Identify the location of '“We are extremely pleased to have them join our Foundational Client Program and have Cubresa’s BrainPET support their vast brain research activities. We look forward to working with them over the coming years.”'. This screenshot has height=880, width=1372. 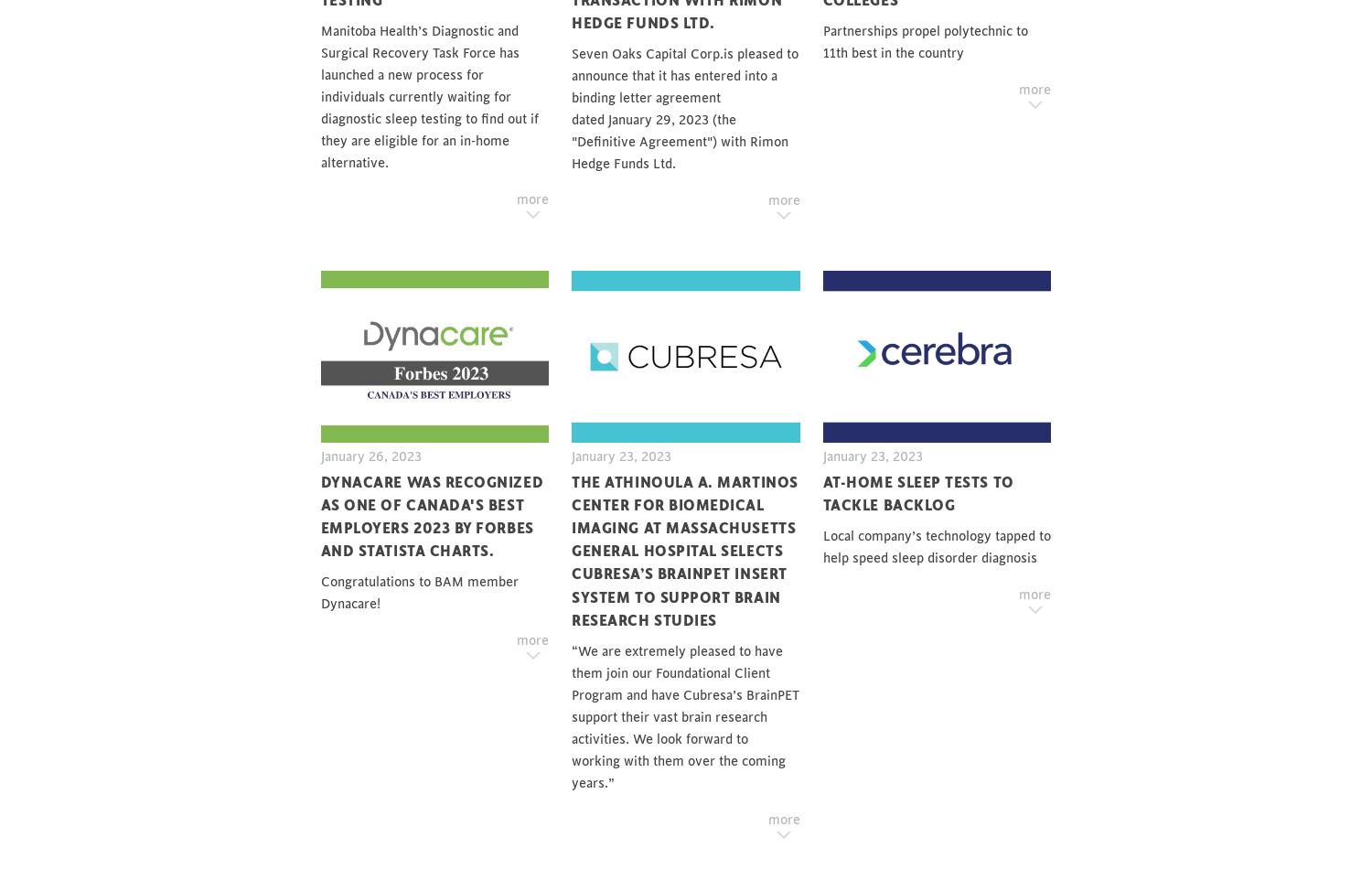
(684, 716).